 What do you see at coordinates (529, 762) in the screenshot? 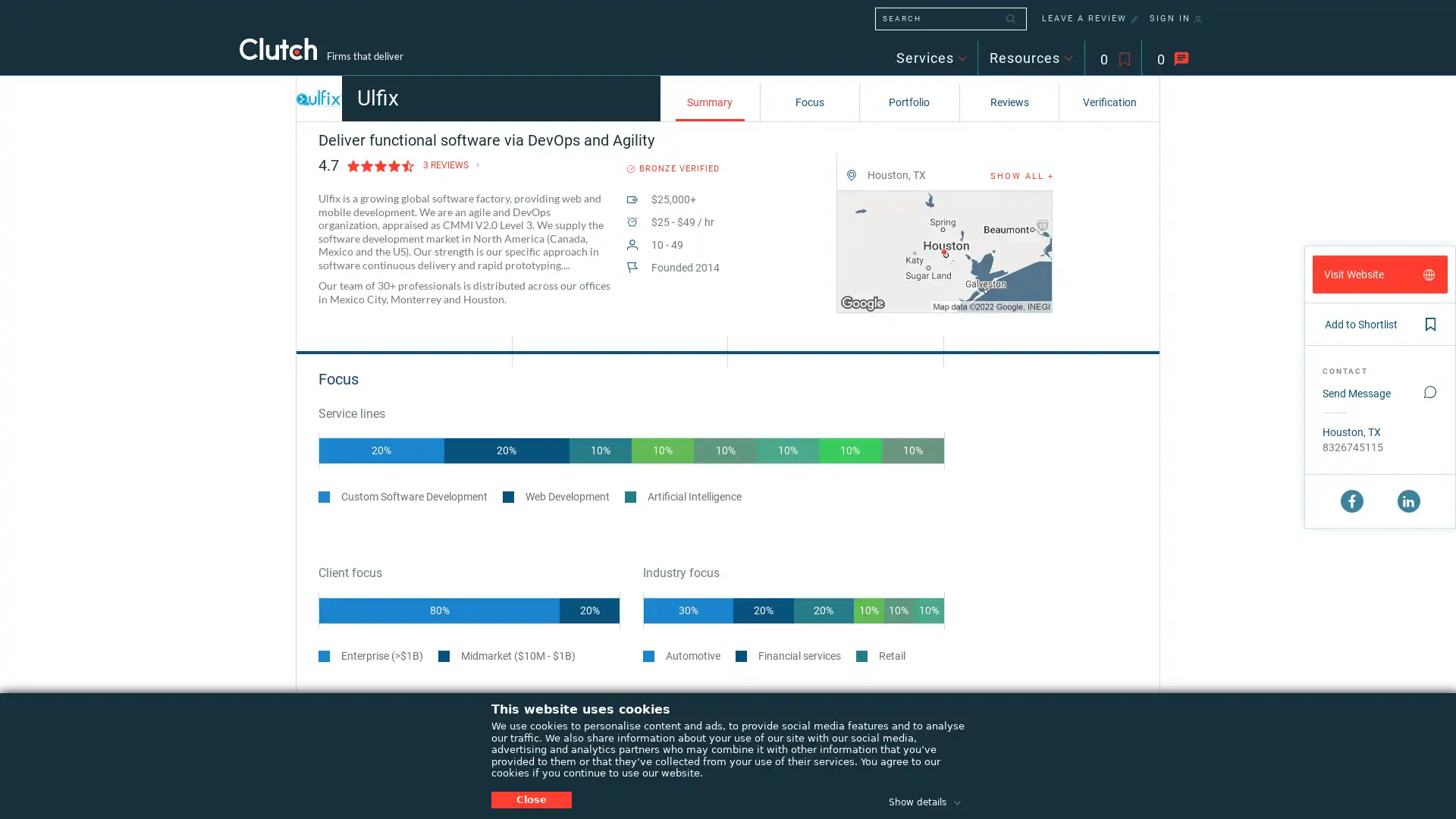
I see `20%` at bounding box center [529, 762].